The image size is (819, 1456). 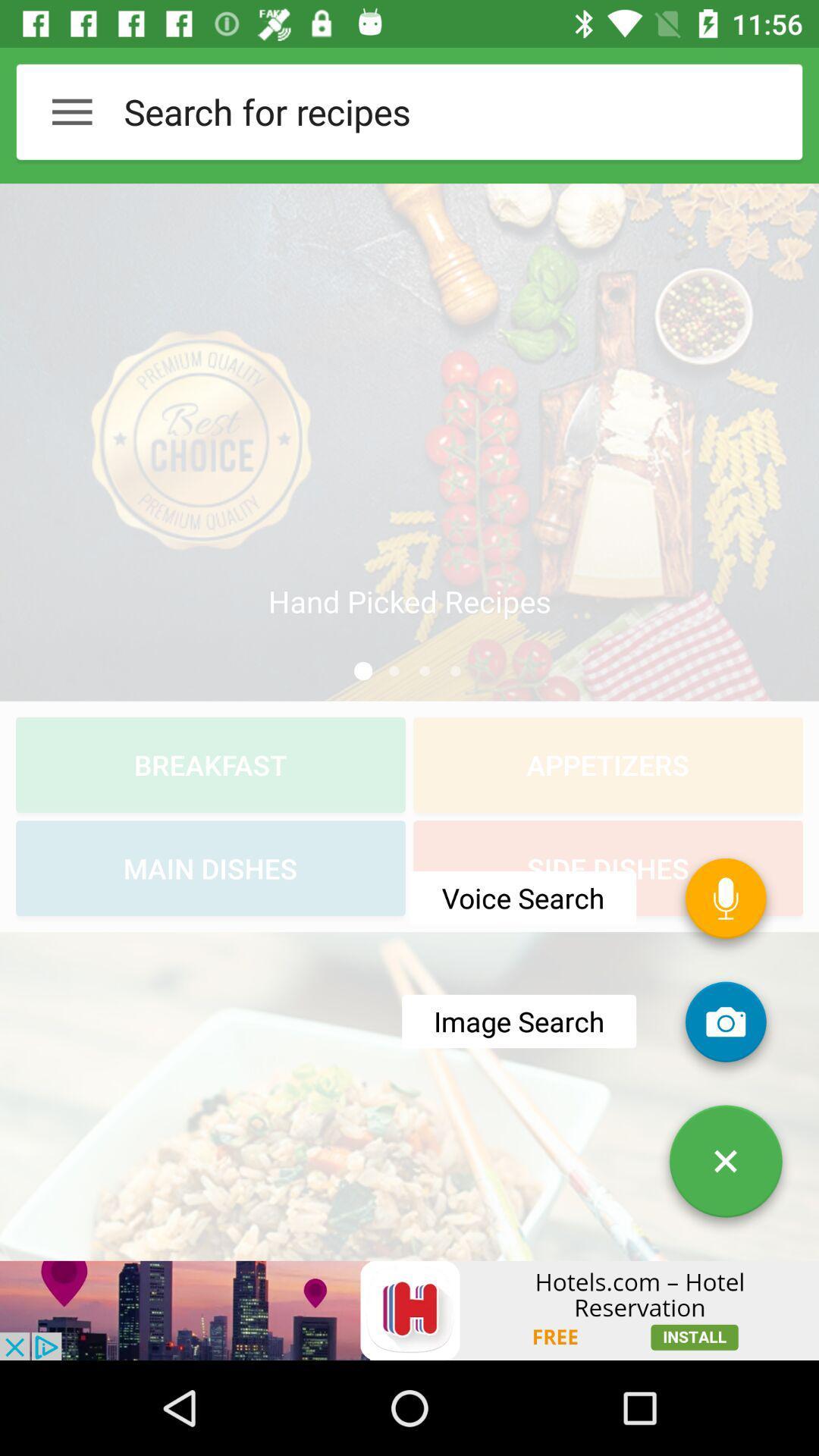 What do you see at coordinates (725, 1028) in the screenshot?
I see `the photo icon` at bounding box center [725, 1028].